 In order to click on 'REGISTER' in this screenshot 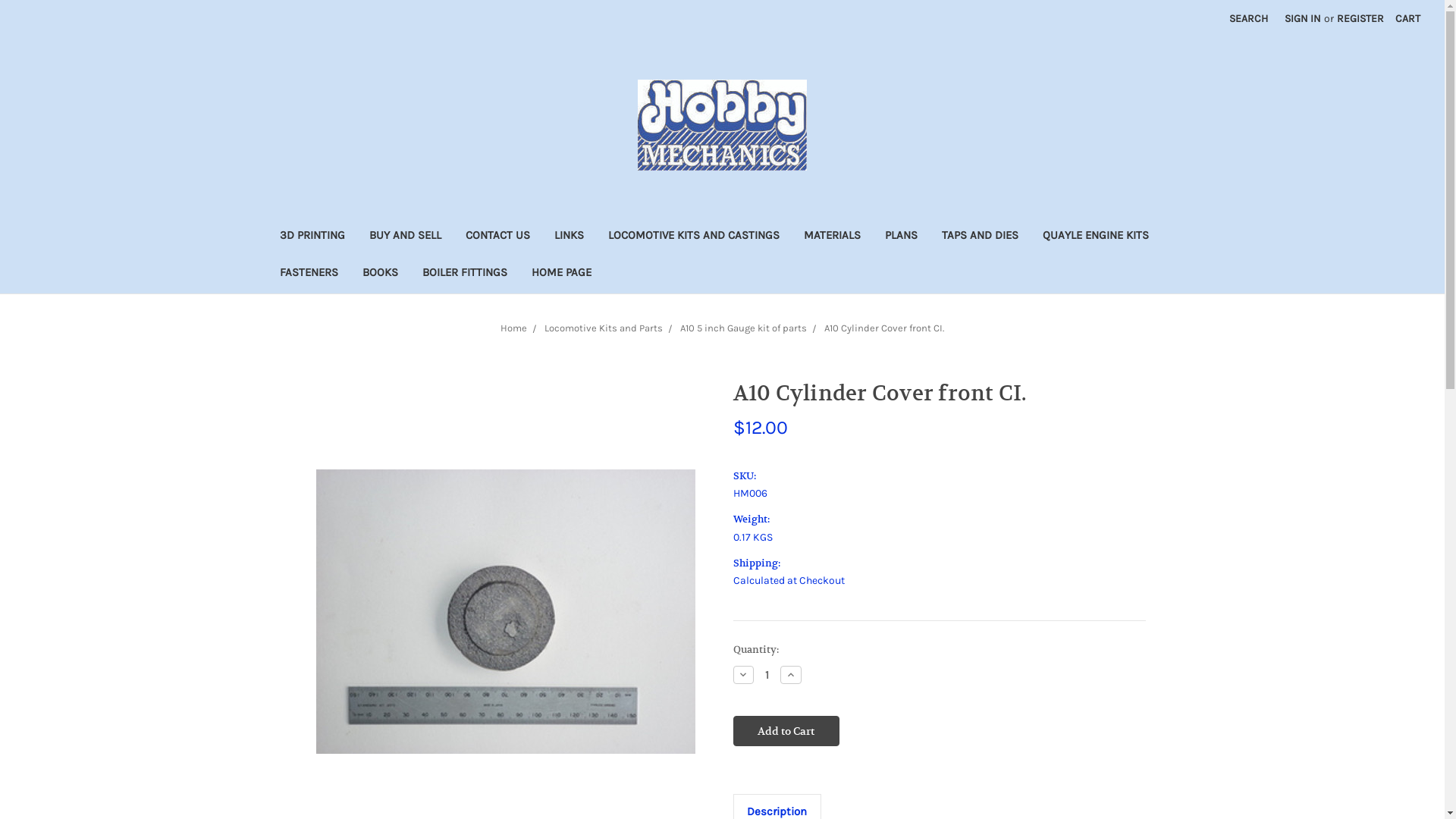, I will do `click(1360, 18)`.